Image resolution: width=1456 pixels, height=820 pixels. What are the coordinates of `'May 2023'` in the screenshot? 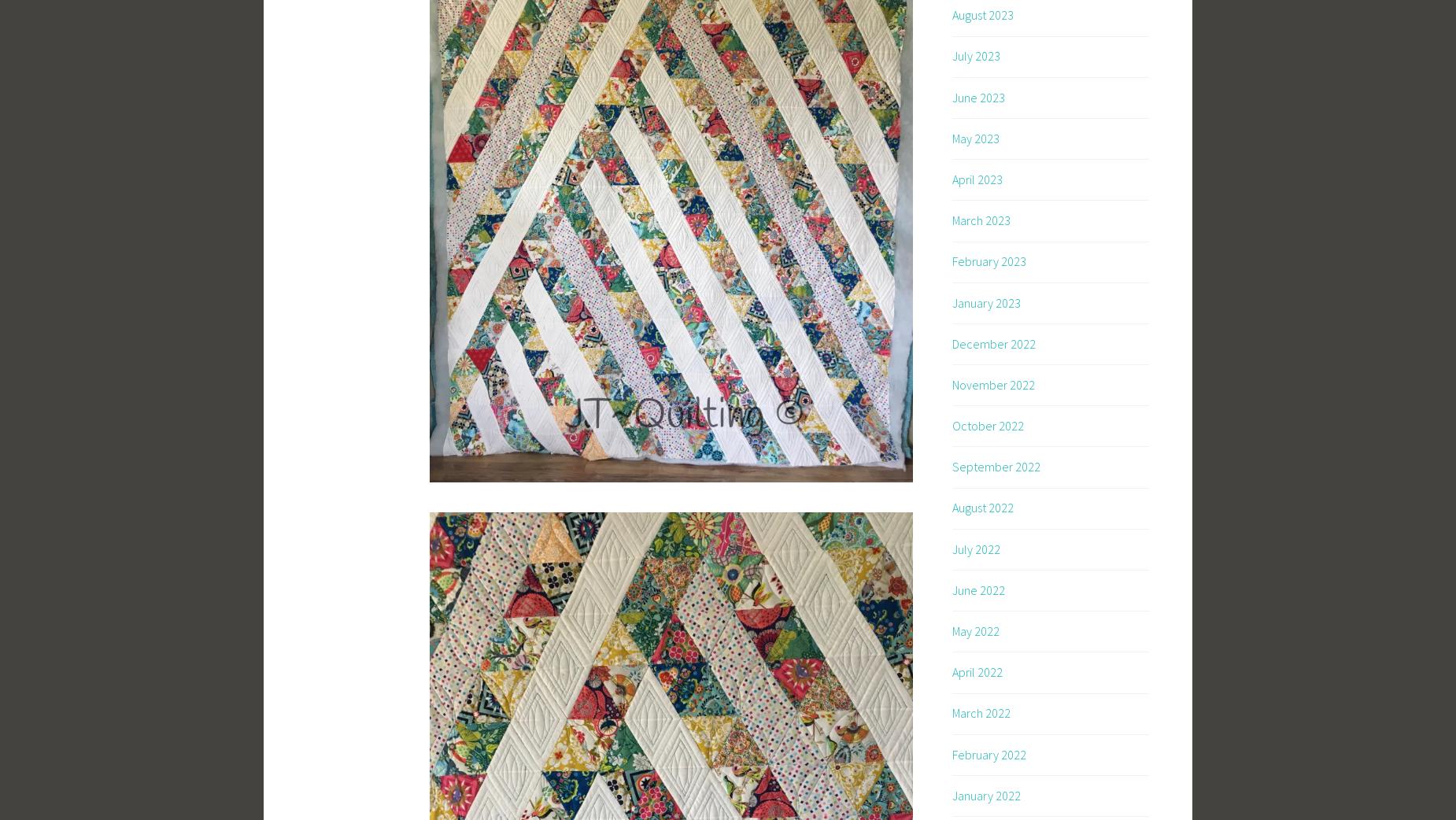 It's located at (975, 136).